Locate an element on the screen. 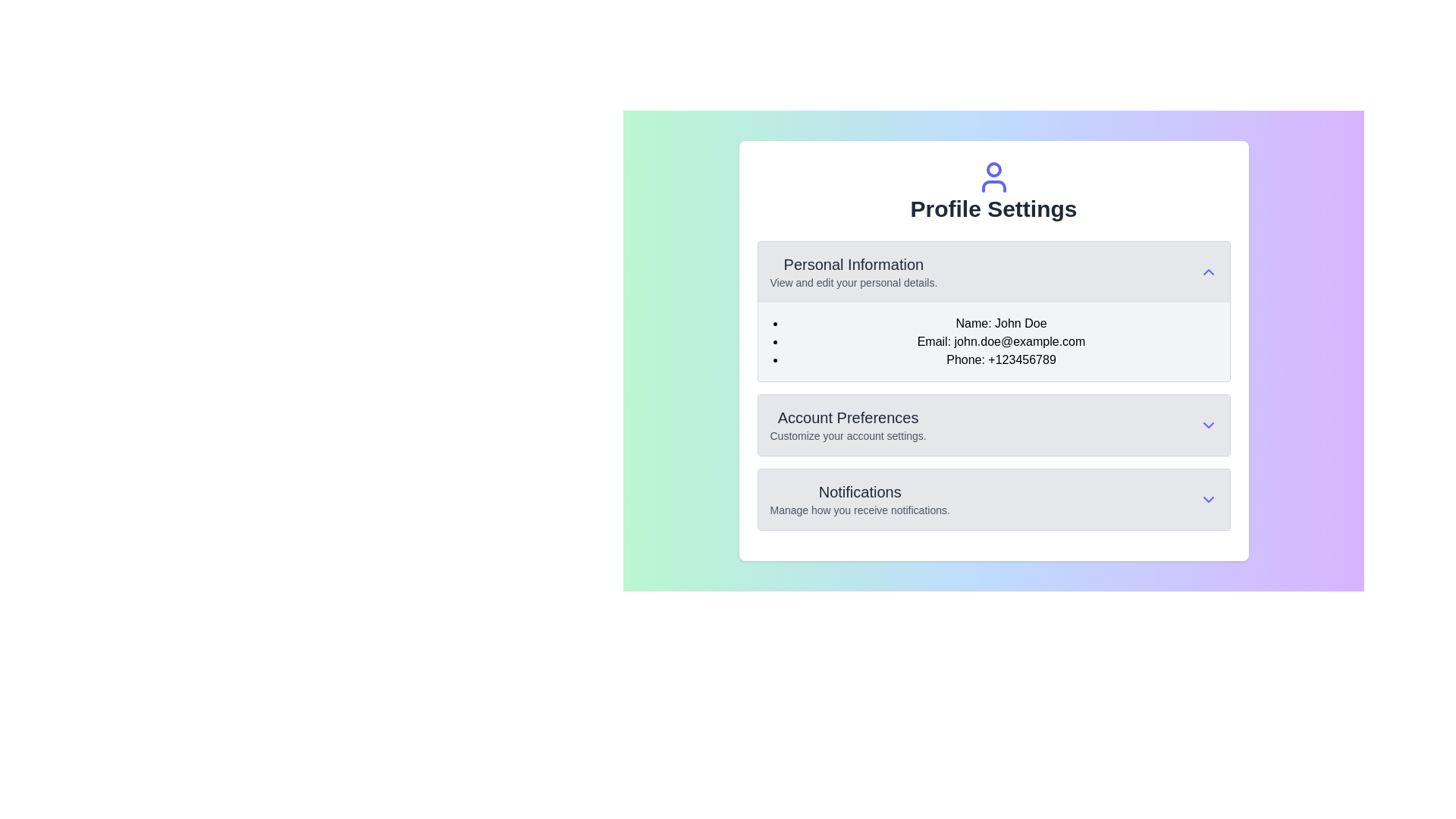 The height and width of the screenshot is (819, 1456). the Text label displaying the email address located in the 'Personal Information' section, positioned below 'Name: John Doe' and above 'Phone: +123456789' in the 'Profile Settings' panel is located at coordinates (1001, 342).